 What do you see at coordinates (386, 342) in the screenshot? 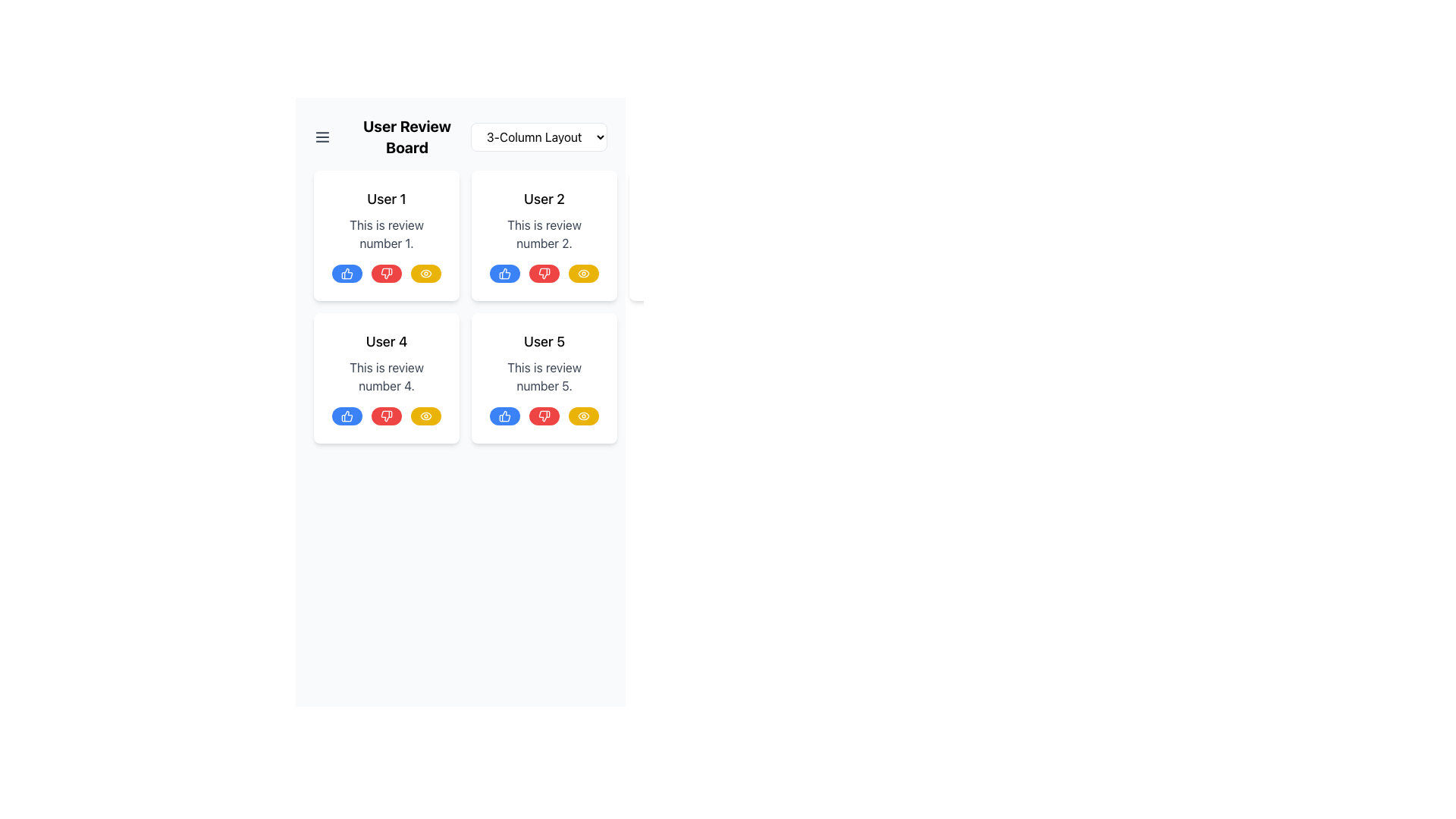
I see `the static text element displaying 'User 4', which is located in the bottom-left card of a 3-column layout` at bounding box center [386, 342].